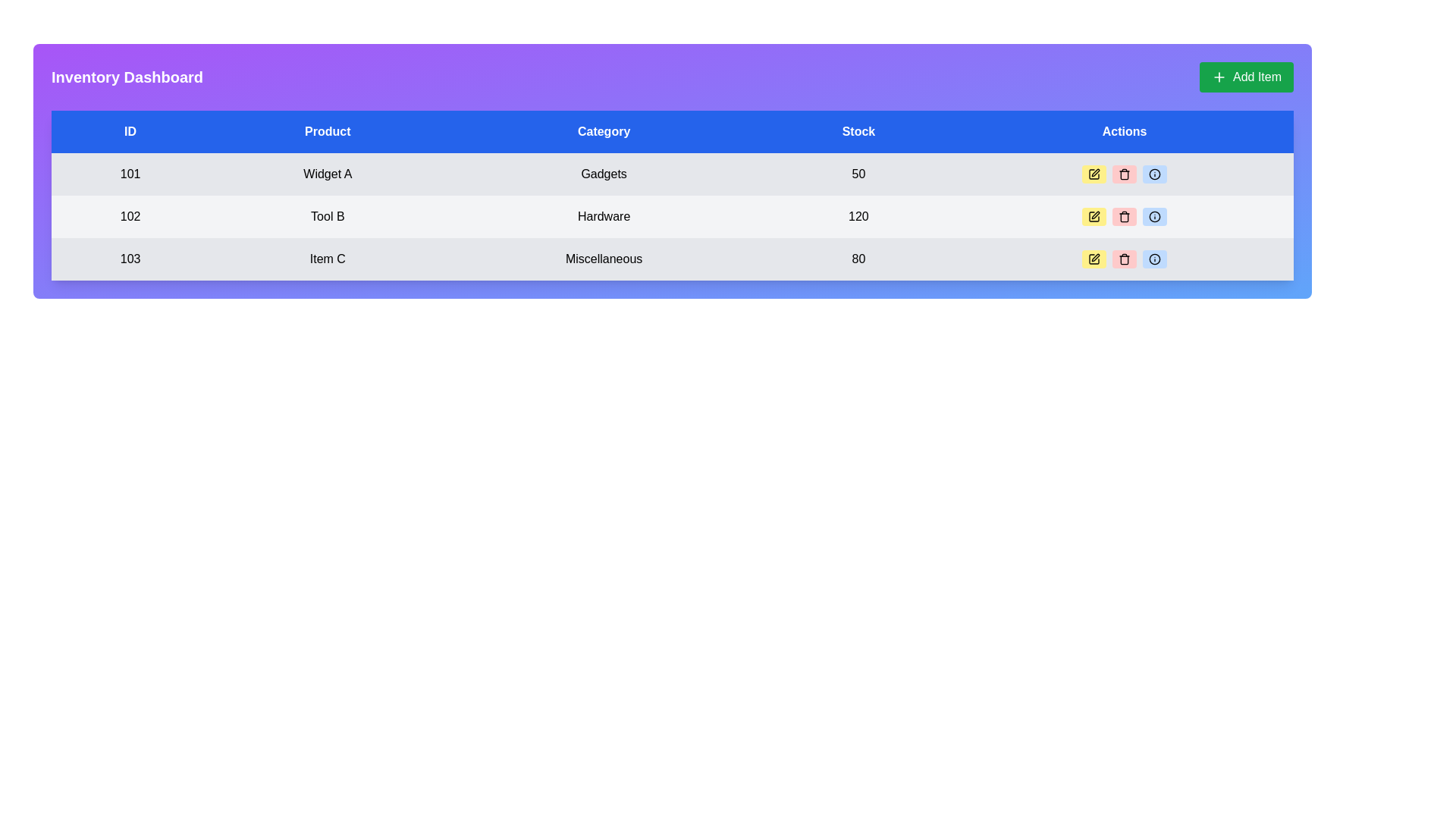  I want to click on the edit button in the Actions column of the third row for item 'Item C', so click(1094, 259).